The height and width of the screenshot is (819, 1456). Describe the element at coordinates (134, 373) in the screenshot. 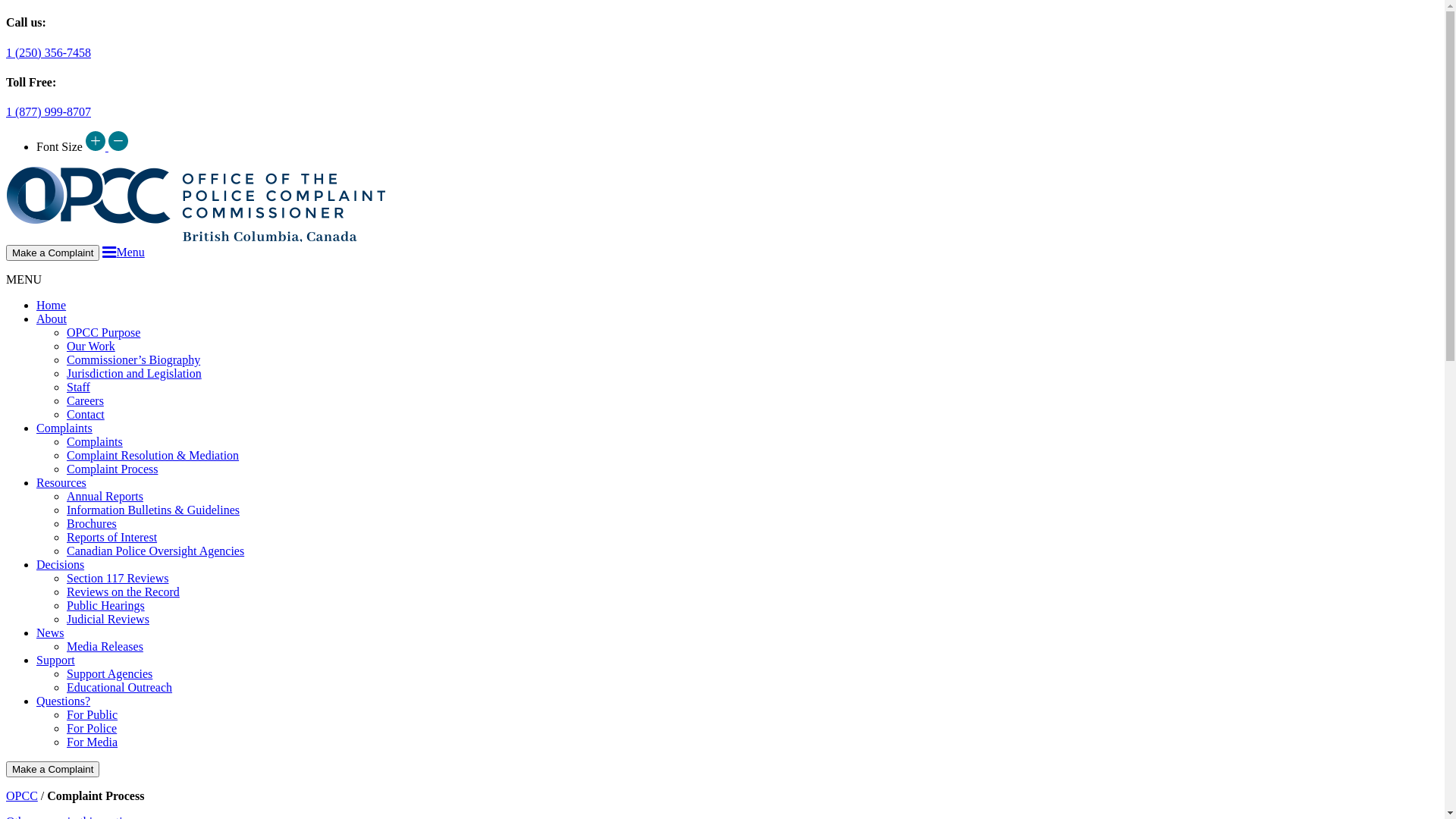

I see `'Jurisdiction and Legislation'` at that location.